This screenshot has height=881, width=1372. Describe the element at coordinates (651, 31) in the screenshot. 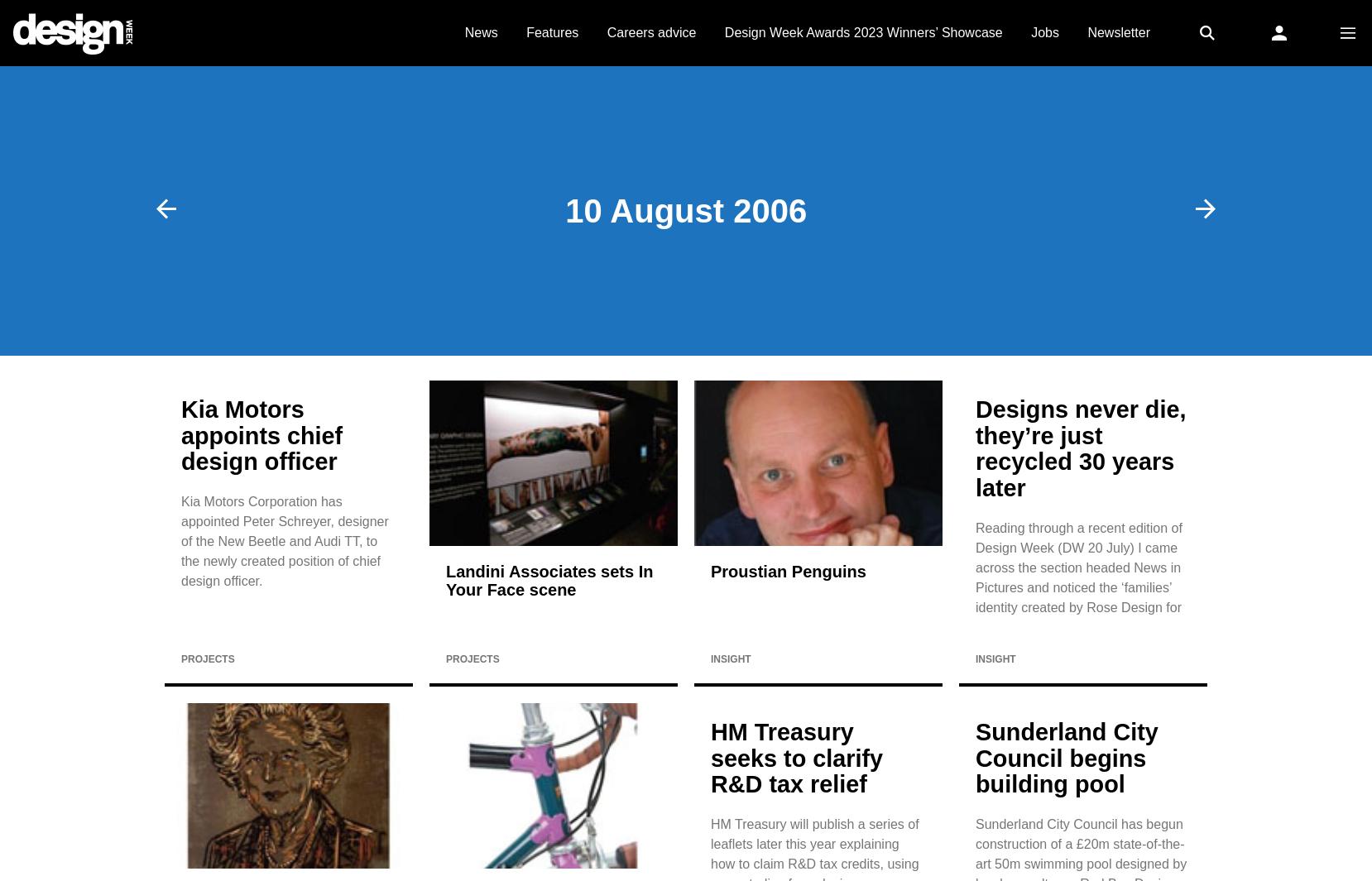

I see `'Careers advice'` at that location.